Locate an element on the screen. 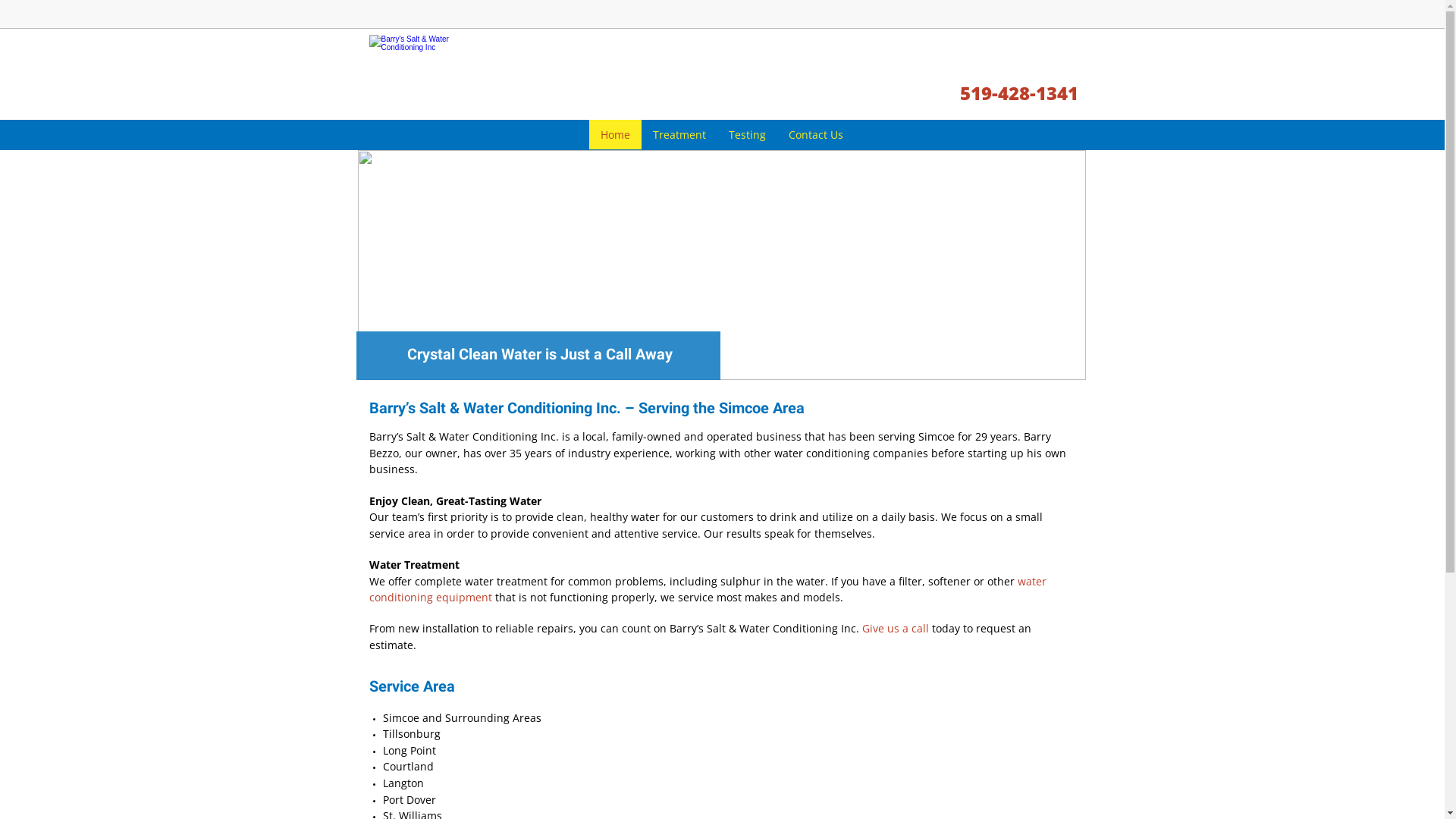 This screenshot has height=819, width=1456. 'Testing' is located at coordinates (716, 133).